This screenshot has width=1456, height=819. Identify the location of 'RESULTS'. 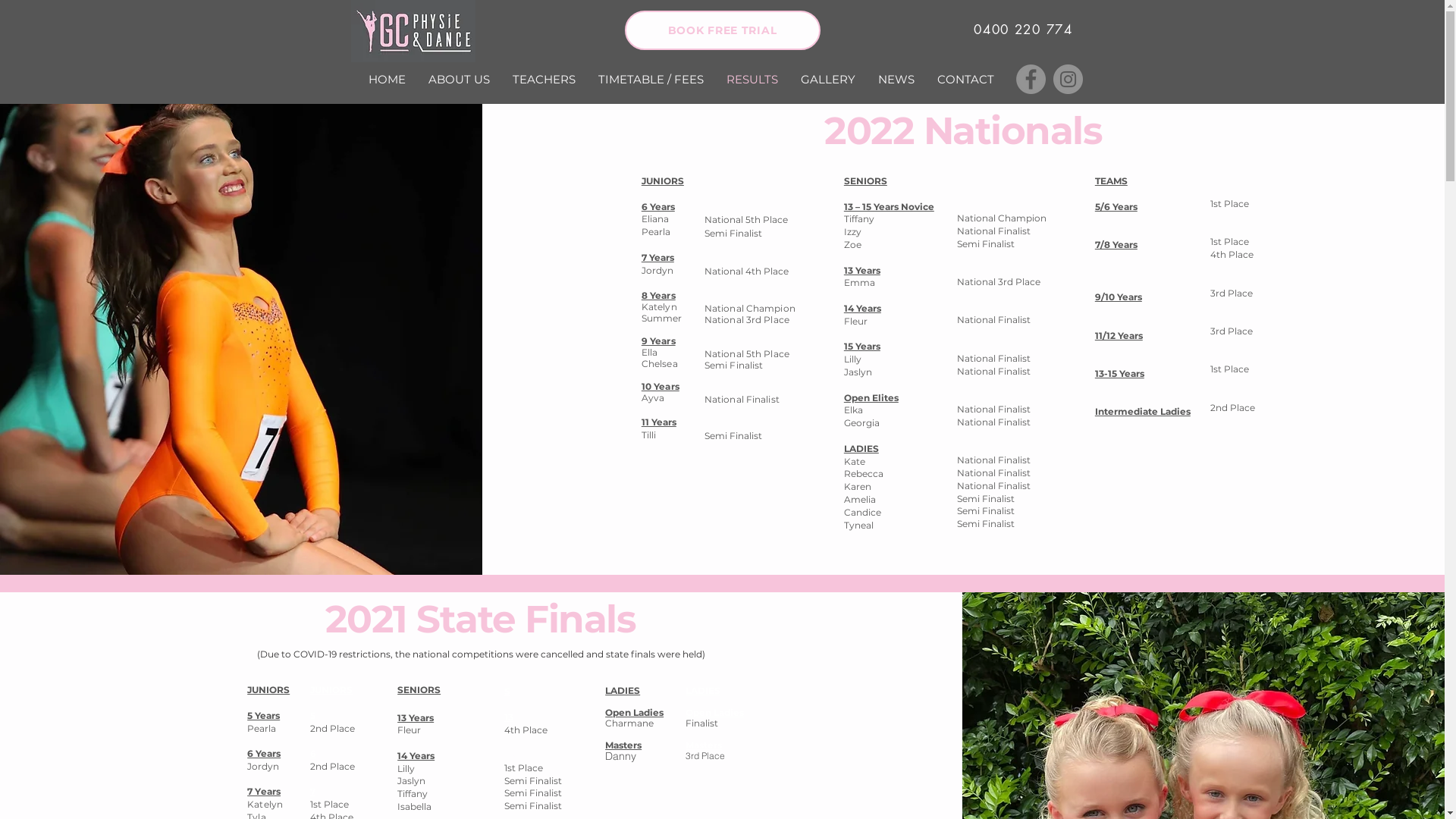
(713, 79).